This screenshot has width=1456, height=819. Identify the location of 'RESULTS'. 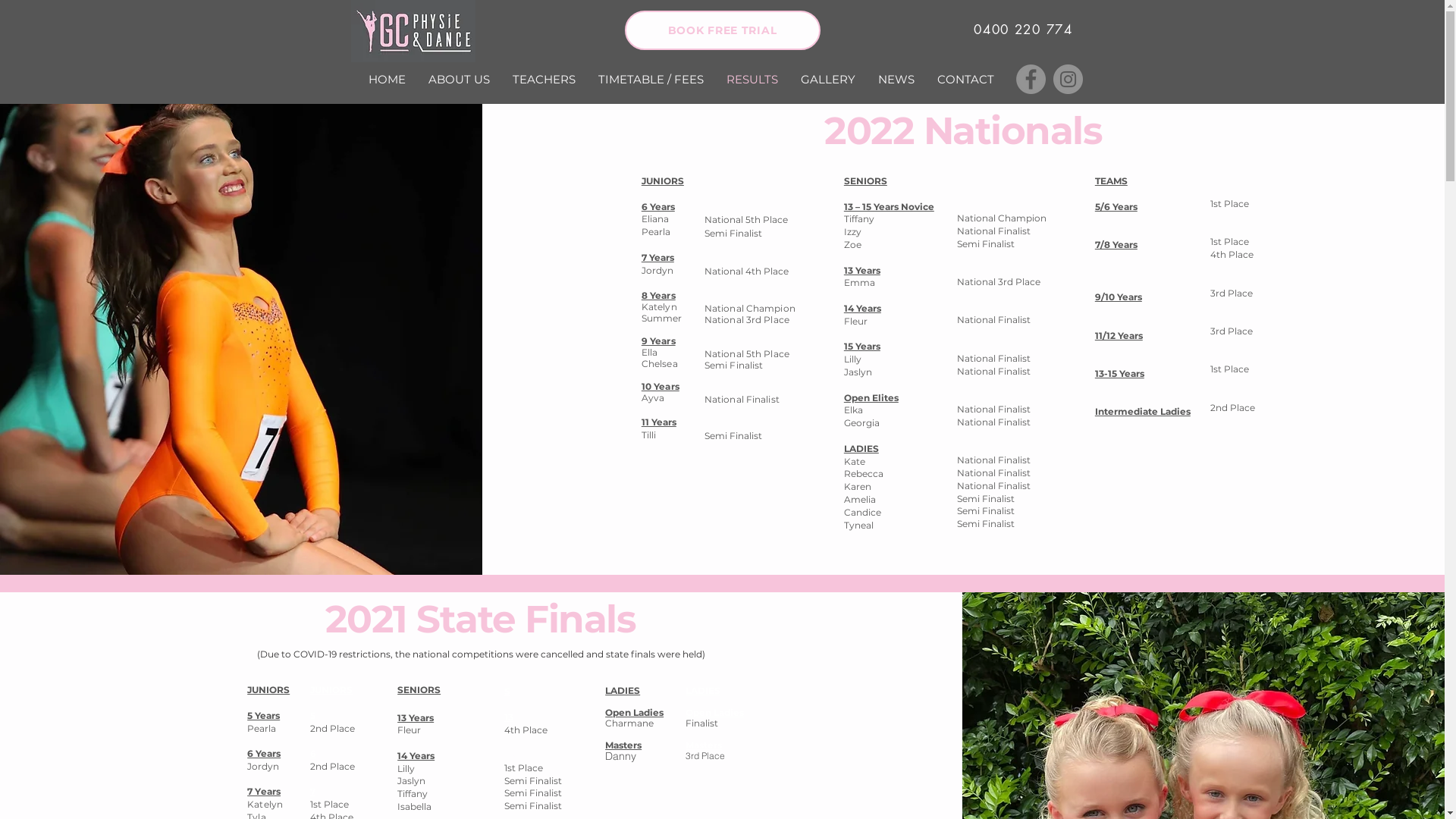
(713, 79).